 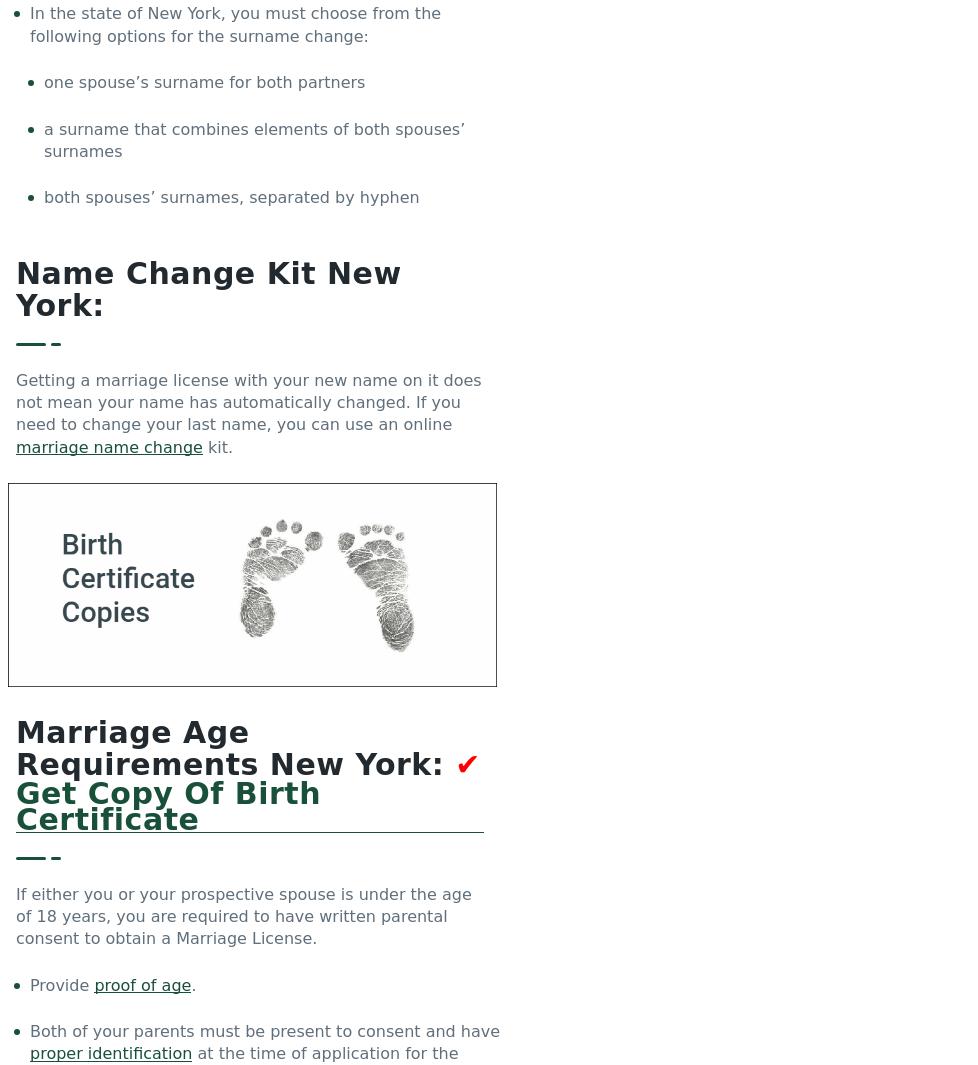 I want to click on 'kit.', so click(x=201, y=445).